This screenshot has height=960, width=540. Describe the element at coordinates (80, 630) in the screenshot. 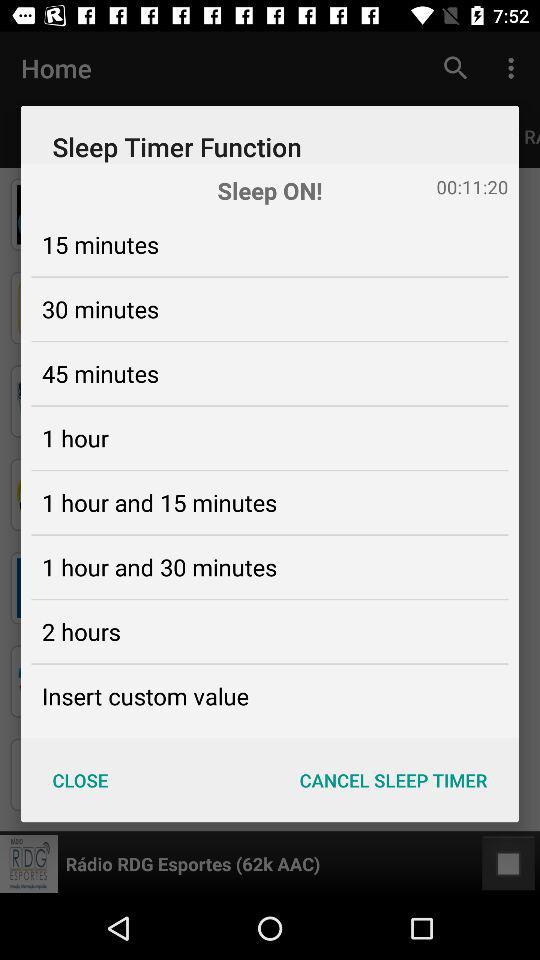

I see `2 hours item` at that location.